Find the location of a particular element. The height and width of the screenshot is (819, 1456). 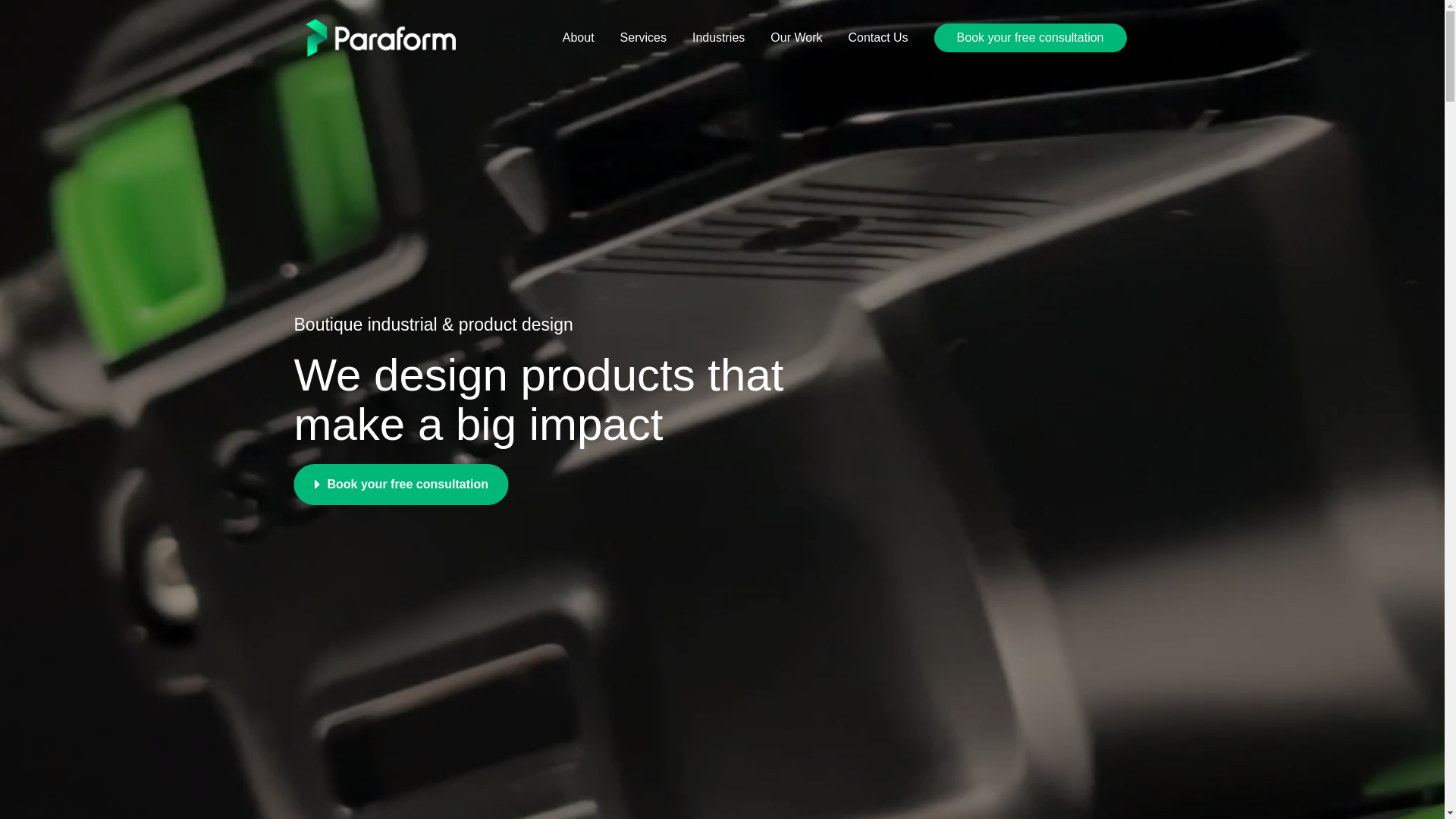

'Industries' is located at coordinates (717, 37).